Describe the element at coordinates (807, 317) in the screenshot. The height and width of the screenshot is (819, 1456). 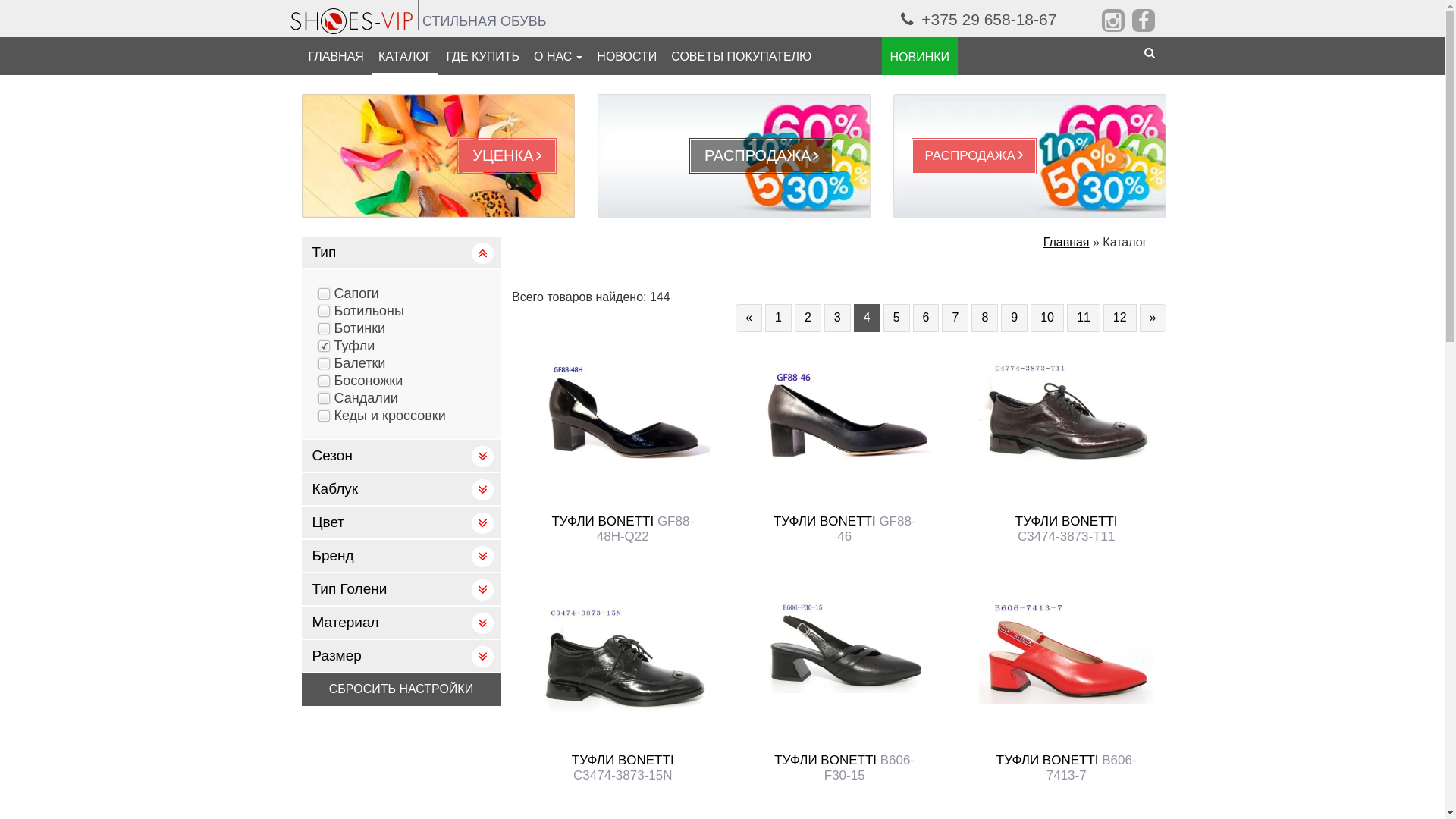
I see `'2'` at that location.